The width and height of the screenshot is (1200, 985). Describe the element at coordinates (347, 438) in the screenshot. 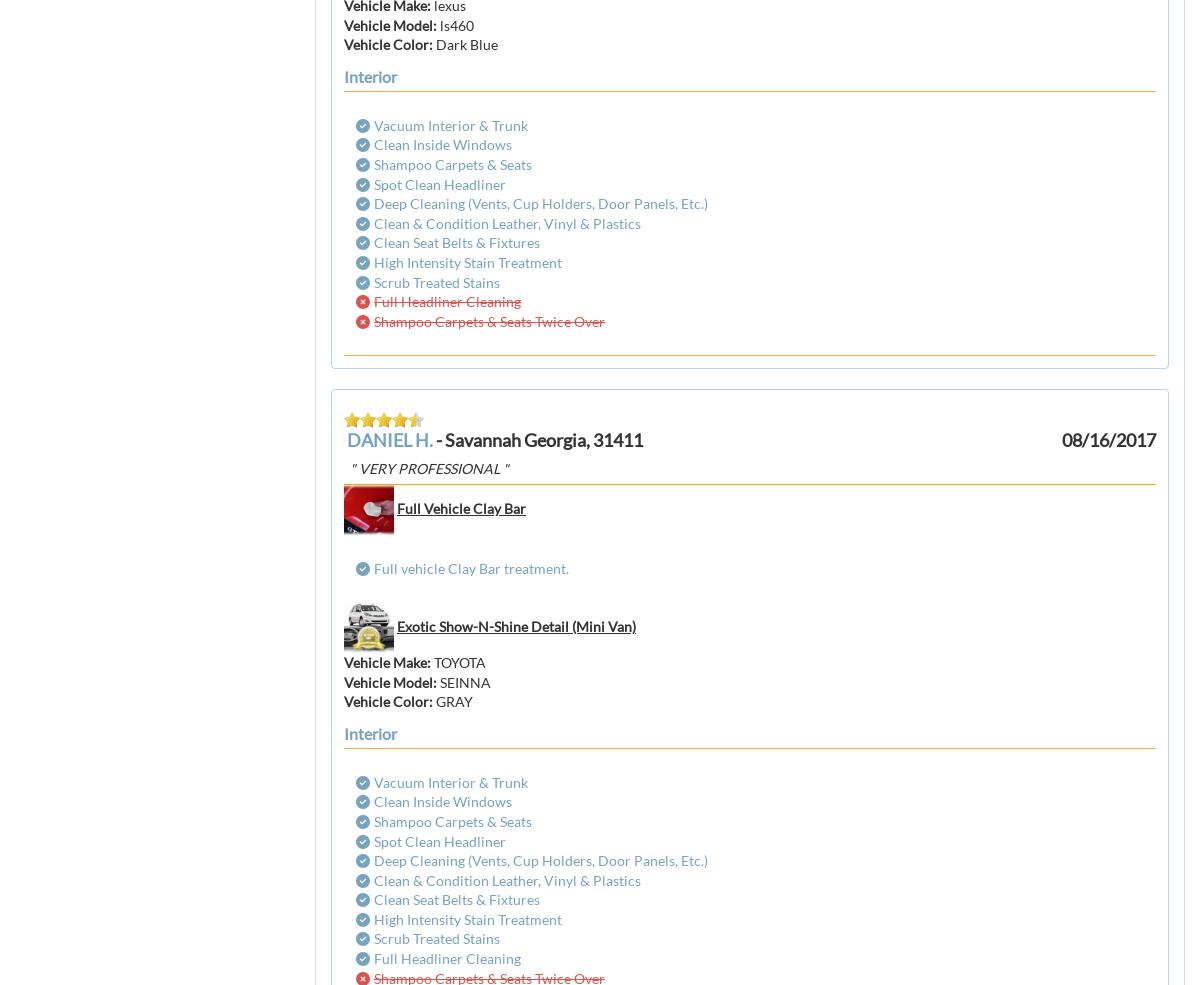

I see `'DANIEL H.'` at that location.